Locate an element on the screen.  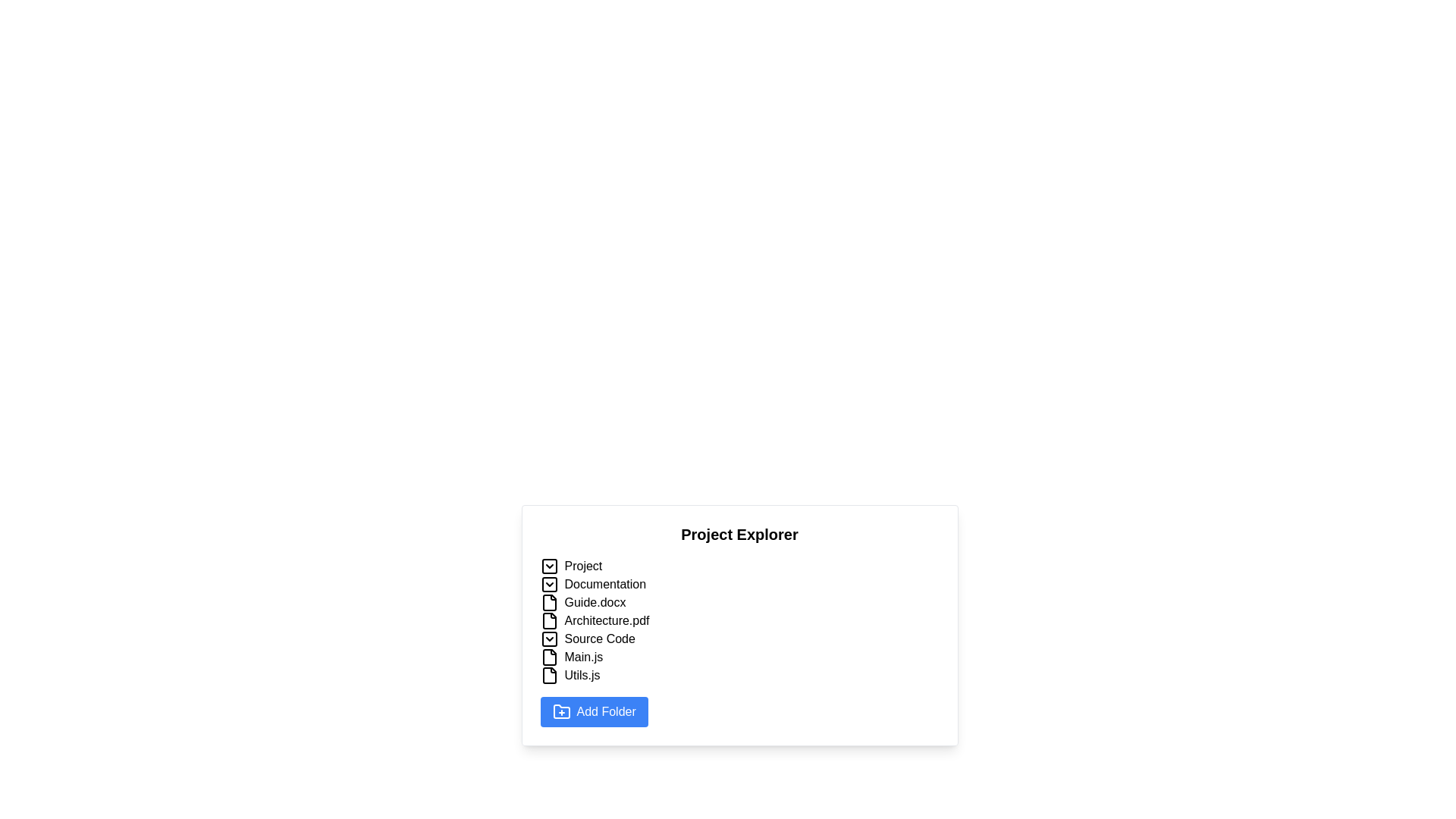
the text label 'Utils.js' in the Project Explorer is located at coordinates (582, 675).